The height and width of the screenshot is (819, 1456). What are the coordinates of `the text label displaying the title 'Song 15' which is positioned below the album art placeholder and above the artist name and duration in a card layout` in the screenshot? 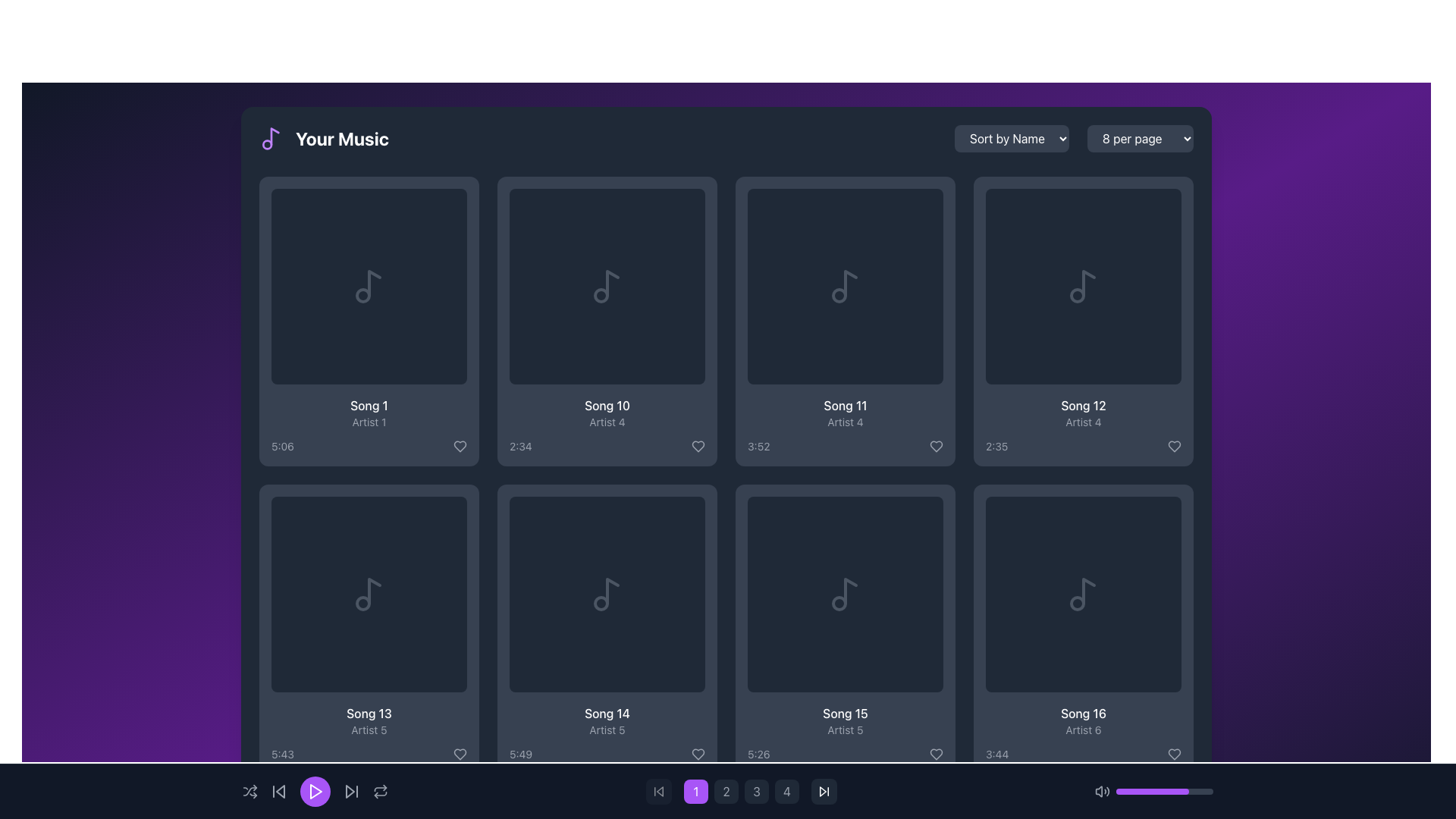 It's located at (844, 714).